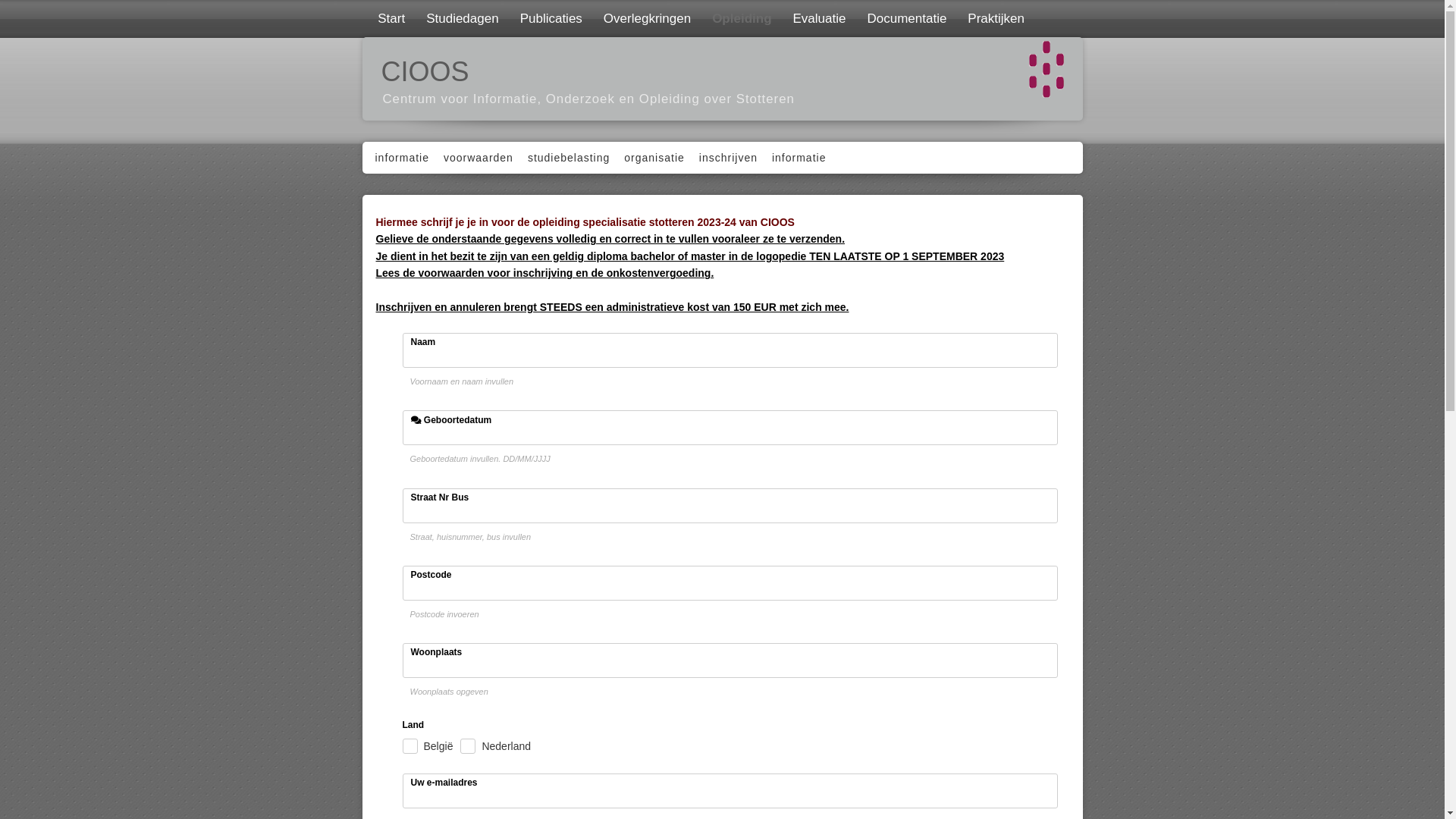  What do you see at coordinates (796, 158) in the screenshot?
I see `'informatie'` at bounding box center [796, 158].